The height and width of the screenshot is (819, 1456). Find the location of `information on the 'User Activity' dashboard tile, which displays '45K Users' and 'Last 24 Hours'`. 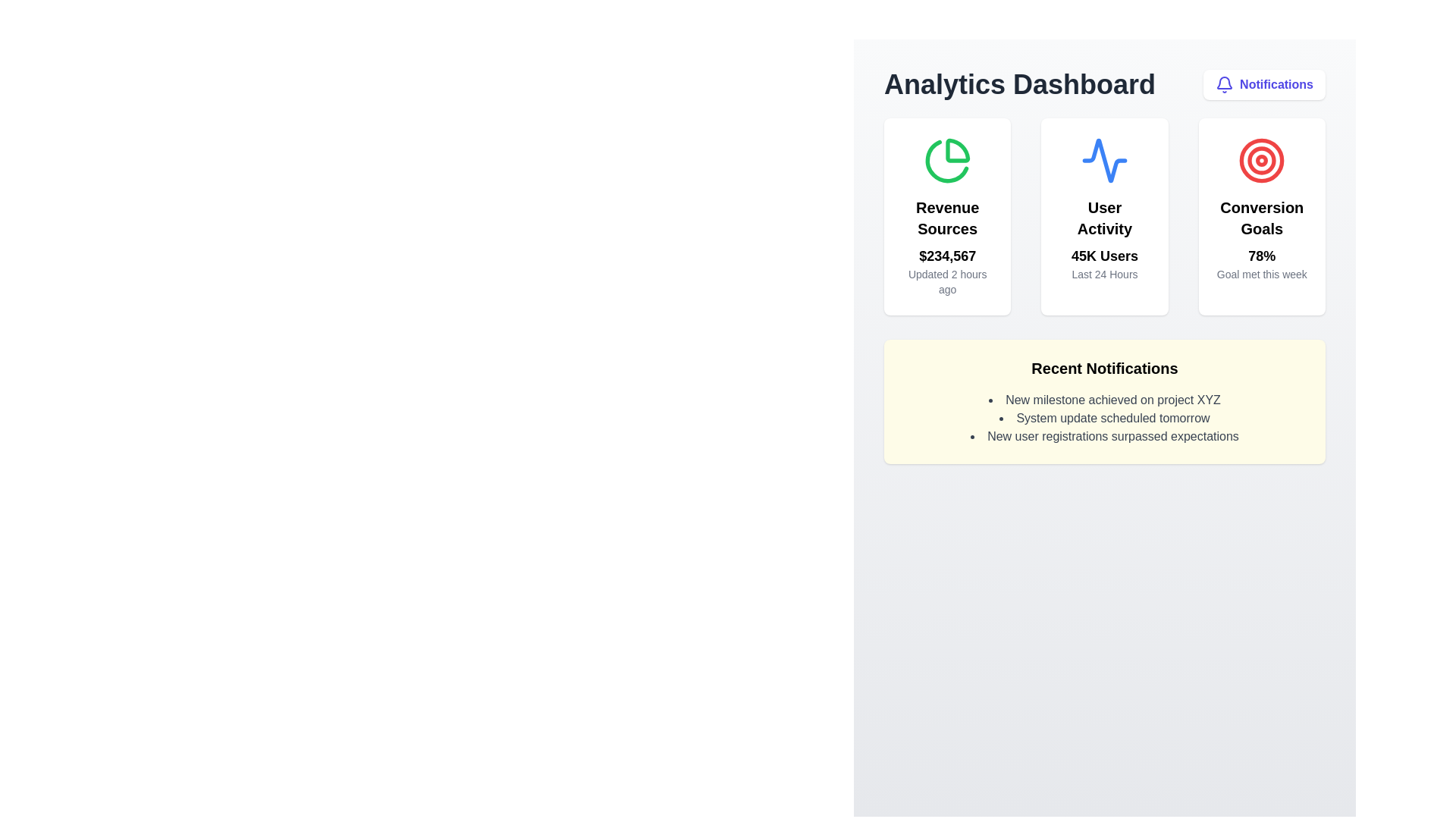

information on the 'User Activity' dashboard tile, which displays '45K Users' and 'Last 24 Hours' is located at coordinates (1105, 216).